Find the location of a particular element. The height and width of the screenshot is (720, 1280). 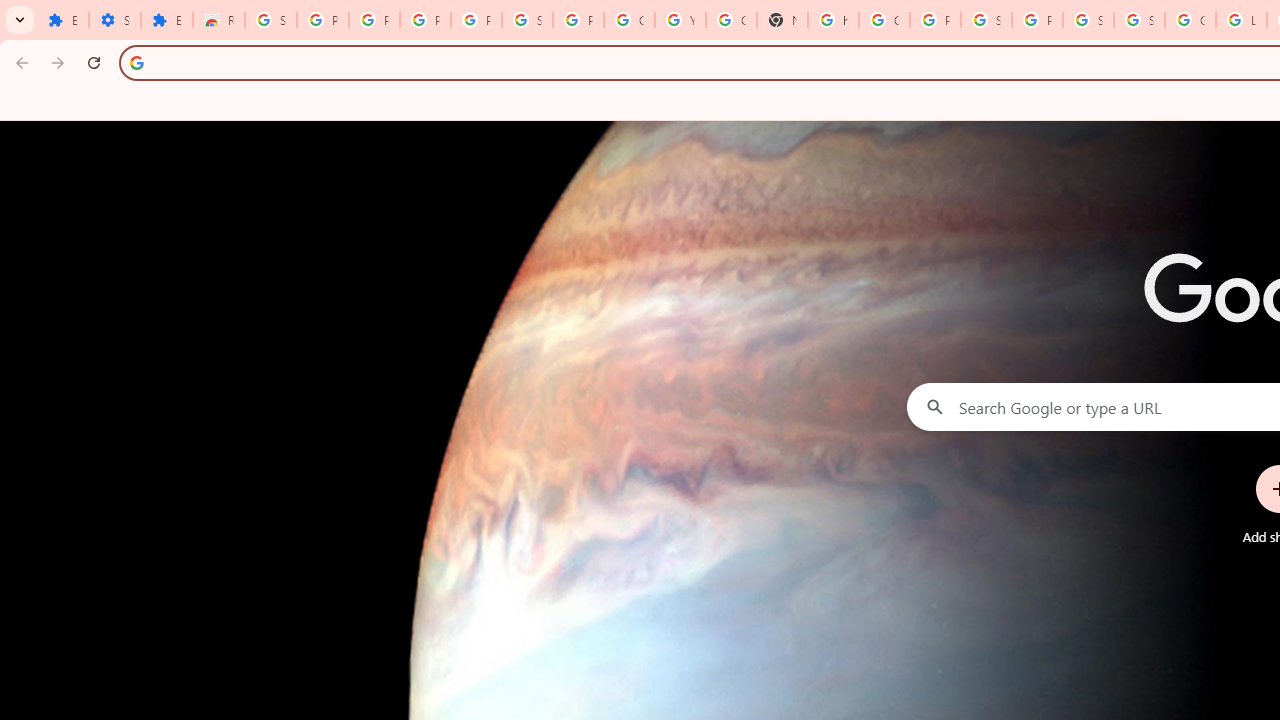

'Sign in - Google Accounts' is located at coordinates (1087, 20).